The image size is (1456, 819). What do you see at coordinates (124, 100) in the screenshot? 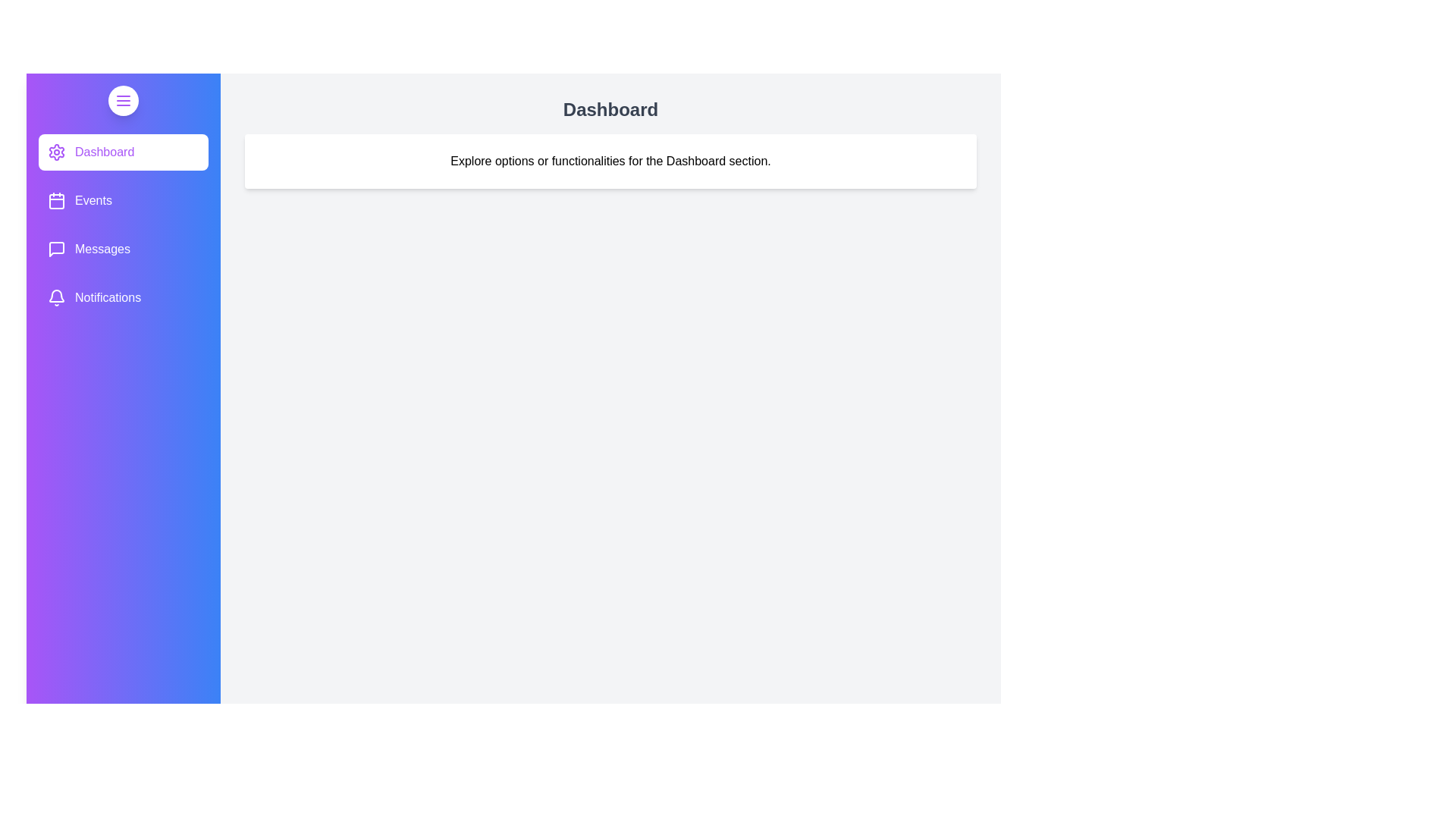
I see `the menu button to toggle the drawer's state` at bounding box center [124, 100].